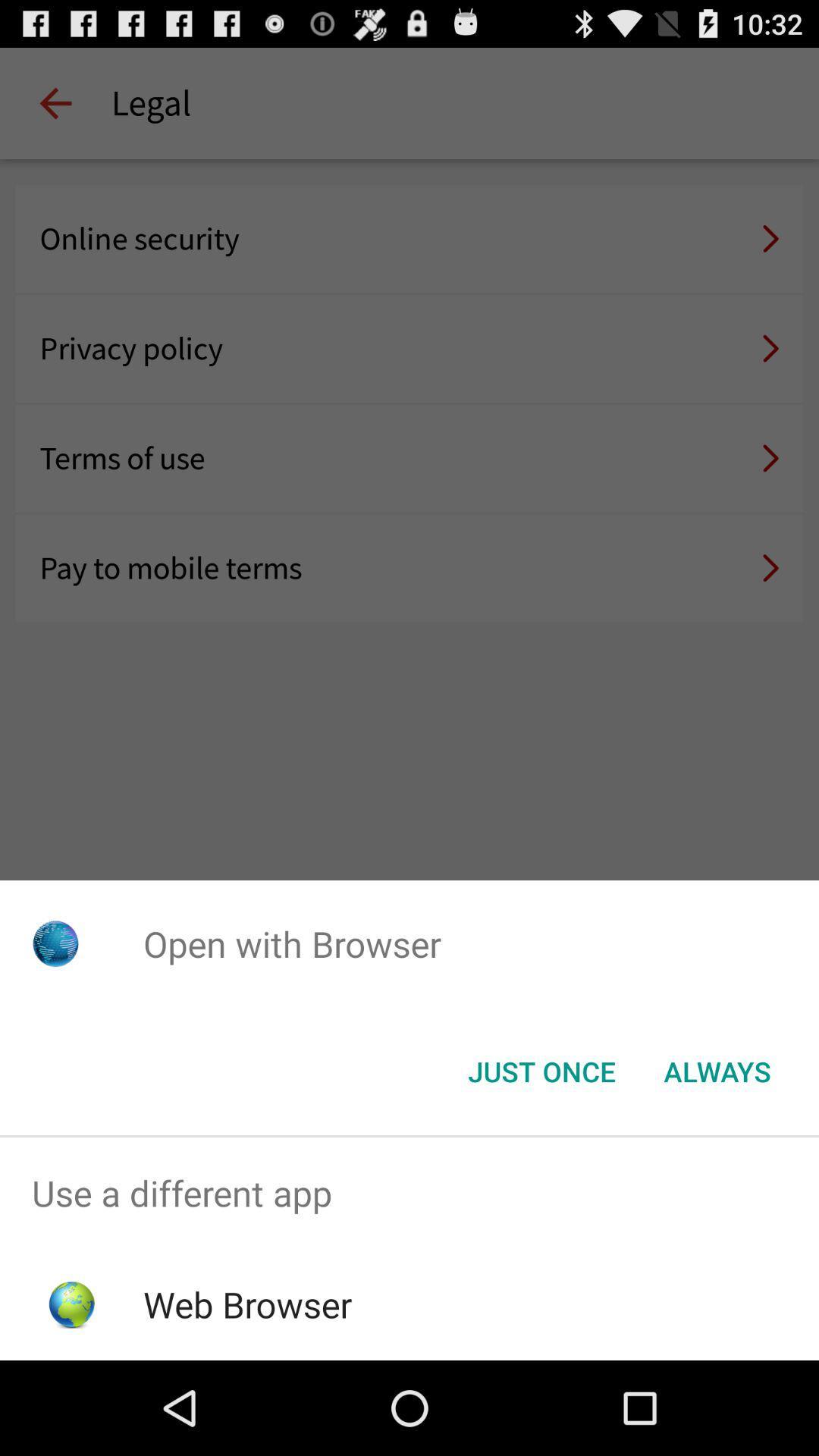 The width and height of the screenshot is (819, 1456). Describe the element at coordinates (246, 1304) in the screenshot. I see `web browser icon` at that location.